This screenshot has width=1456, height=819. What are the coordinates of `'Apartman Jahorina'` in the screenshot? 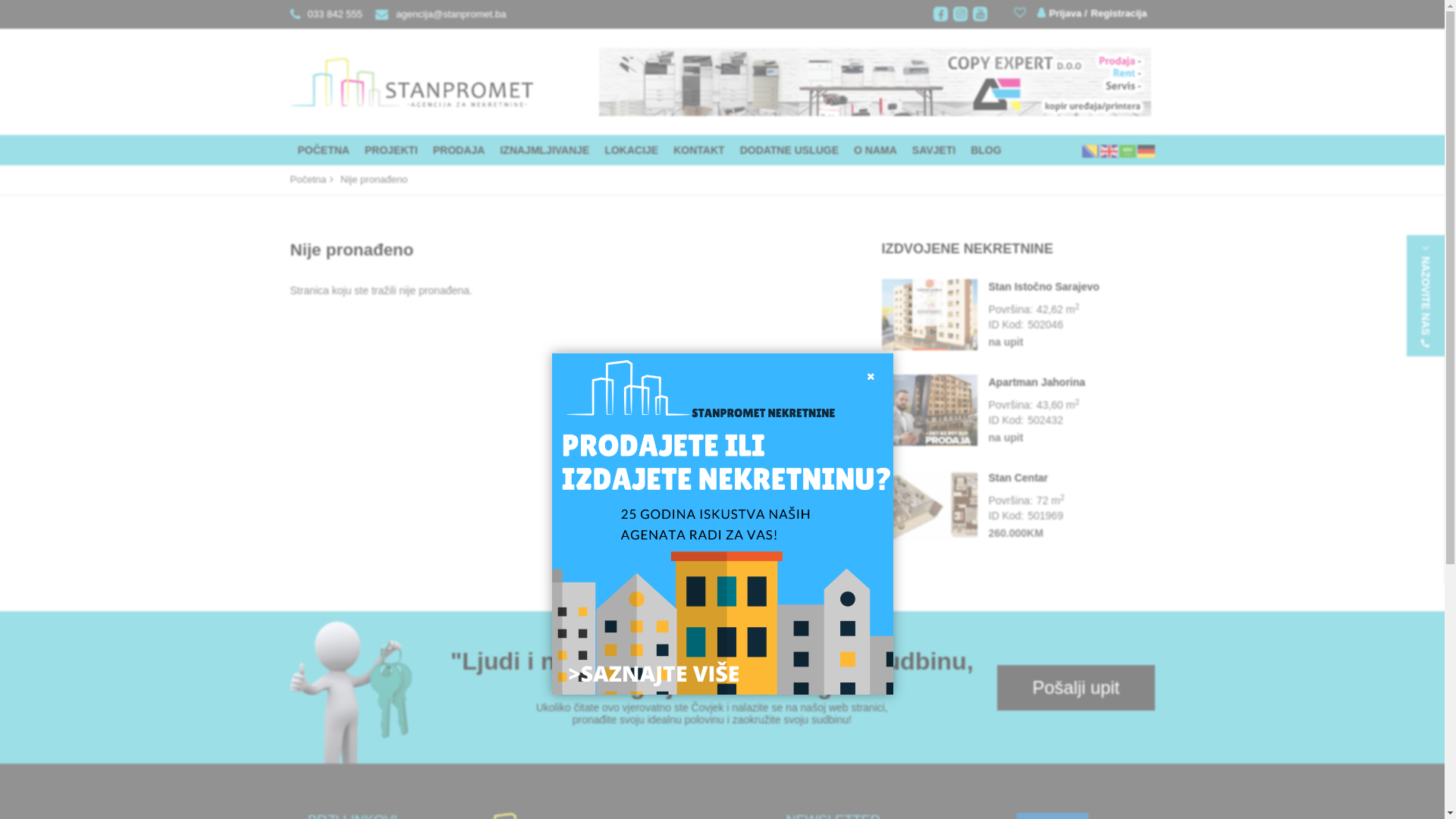 It's located at (989, 381).